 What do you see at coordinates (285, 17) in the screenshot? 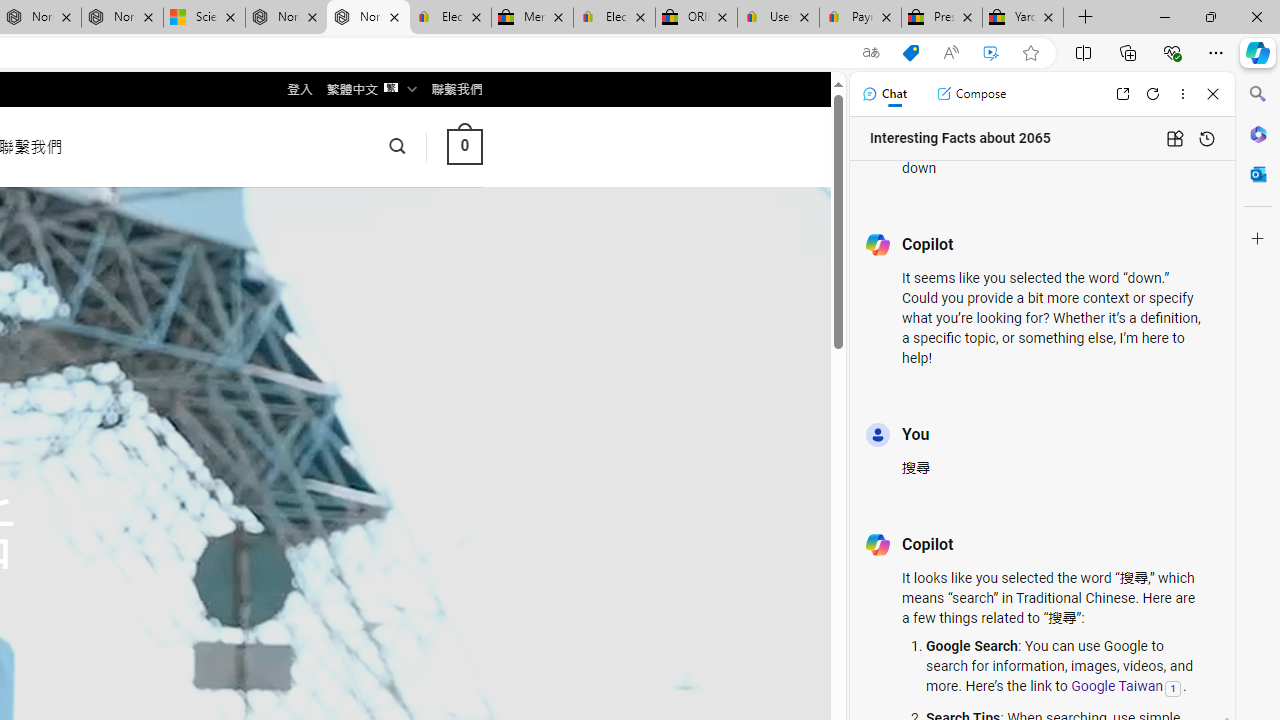
I see `'Nordace - Summer Adventures 2024'` at bounding box center [285, 17].